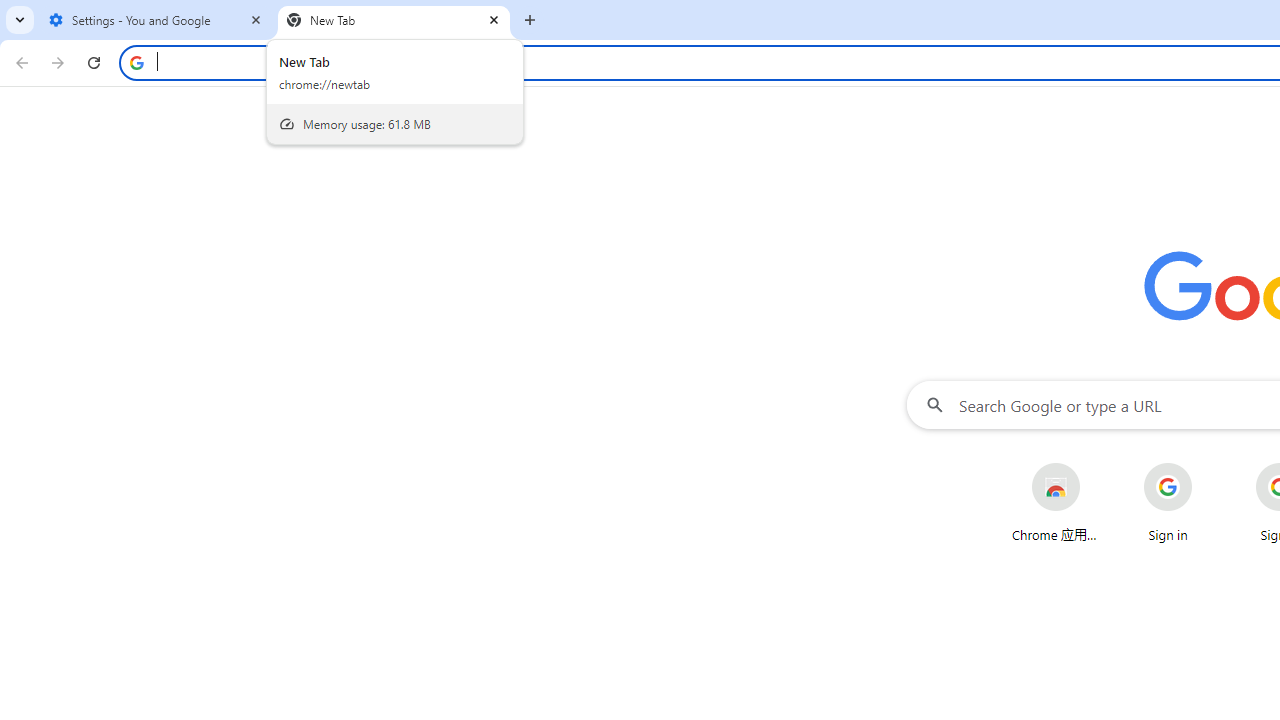  What do you see at coordinates (494, 19) in the screenshot?
I see `'Close'` at bounding box center [494, 19].